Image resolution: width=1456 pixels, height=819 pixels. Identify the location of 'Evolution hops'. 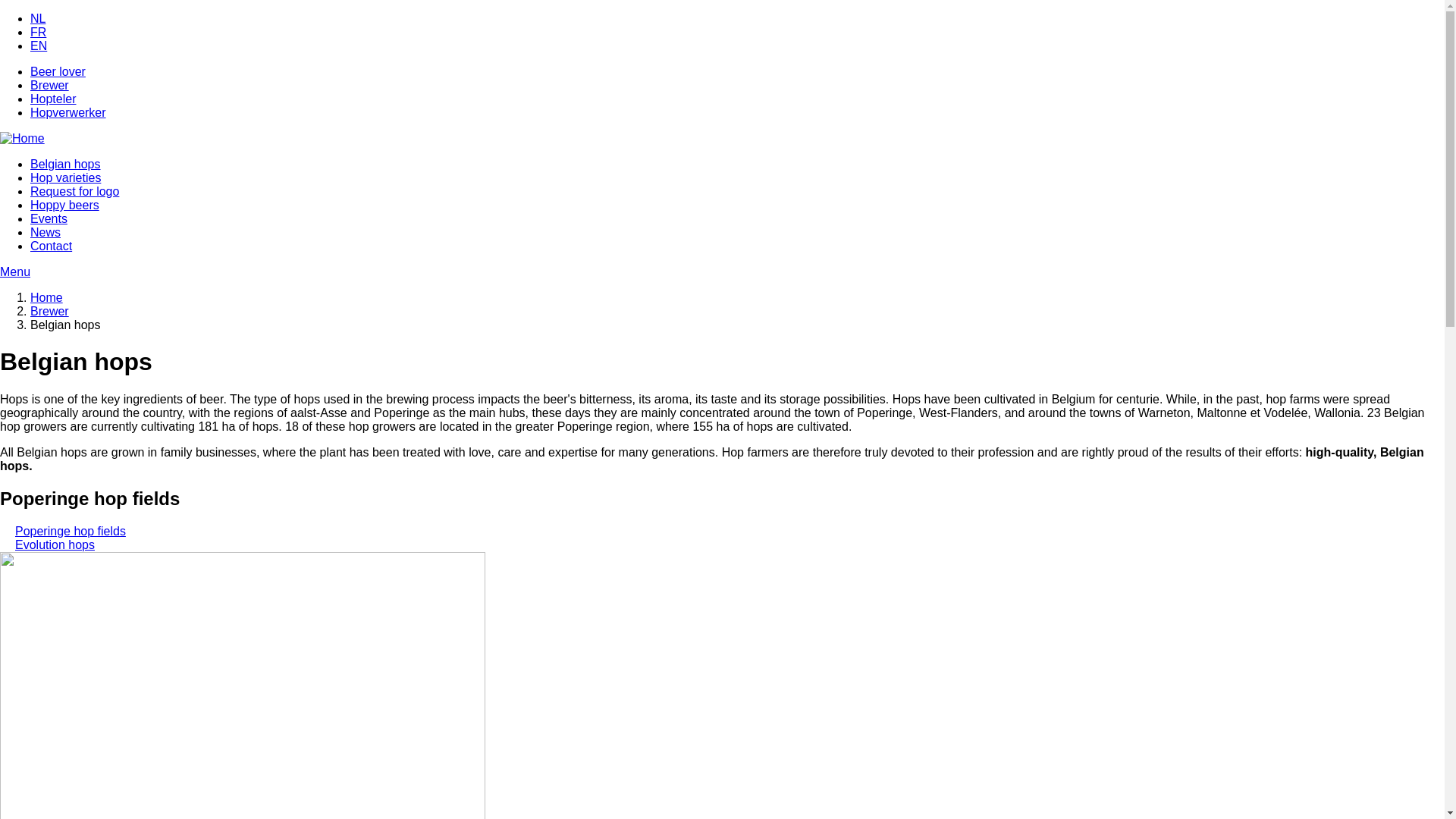
(55, 544).